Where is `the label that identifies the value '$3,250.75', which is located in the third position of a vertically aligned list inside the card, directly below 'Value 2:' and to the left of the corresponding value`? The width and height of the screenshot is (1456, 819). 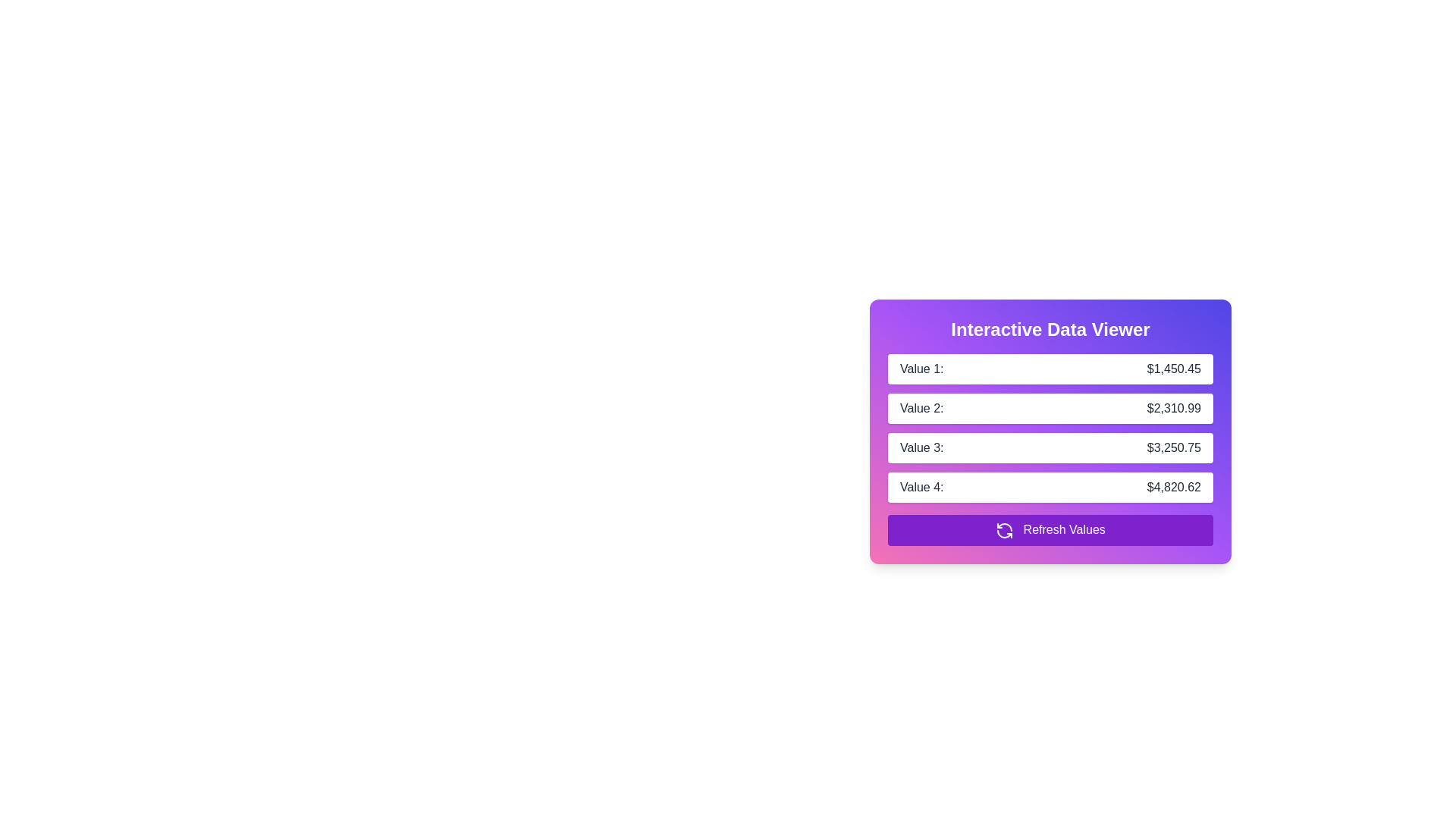
the label that identifies the value '$3,250.75', which is located in the third position of a vertically aligned list inside the card, directly below 'Value 2:' and to the left of the corresponding value is located at coordinates (921, 447).